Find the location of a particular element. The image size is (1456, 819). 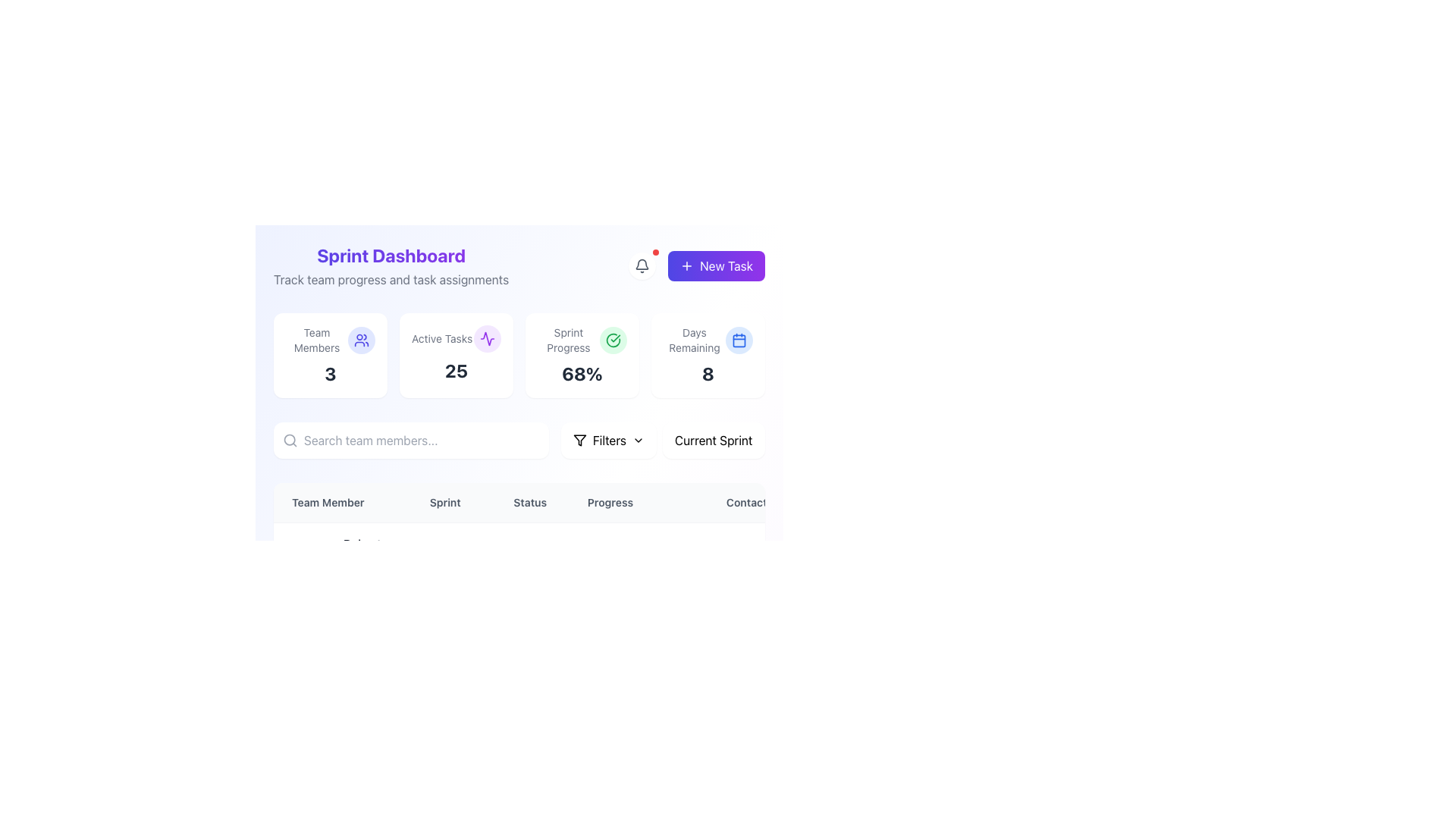

the Informational Card displaying the number of active tasks (25), which is centrally aligned in the grid next to the 'Team Members 3' card and the 'Sprint Progress 68%' card is located at coordinates (455, 356).